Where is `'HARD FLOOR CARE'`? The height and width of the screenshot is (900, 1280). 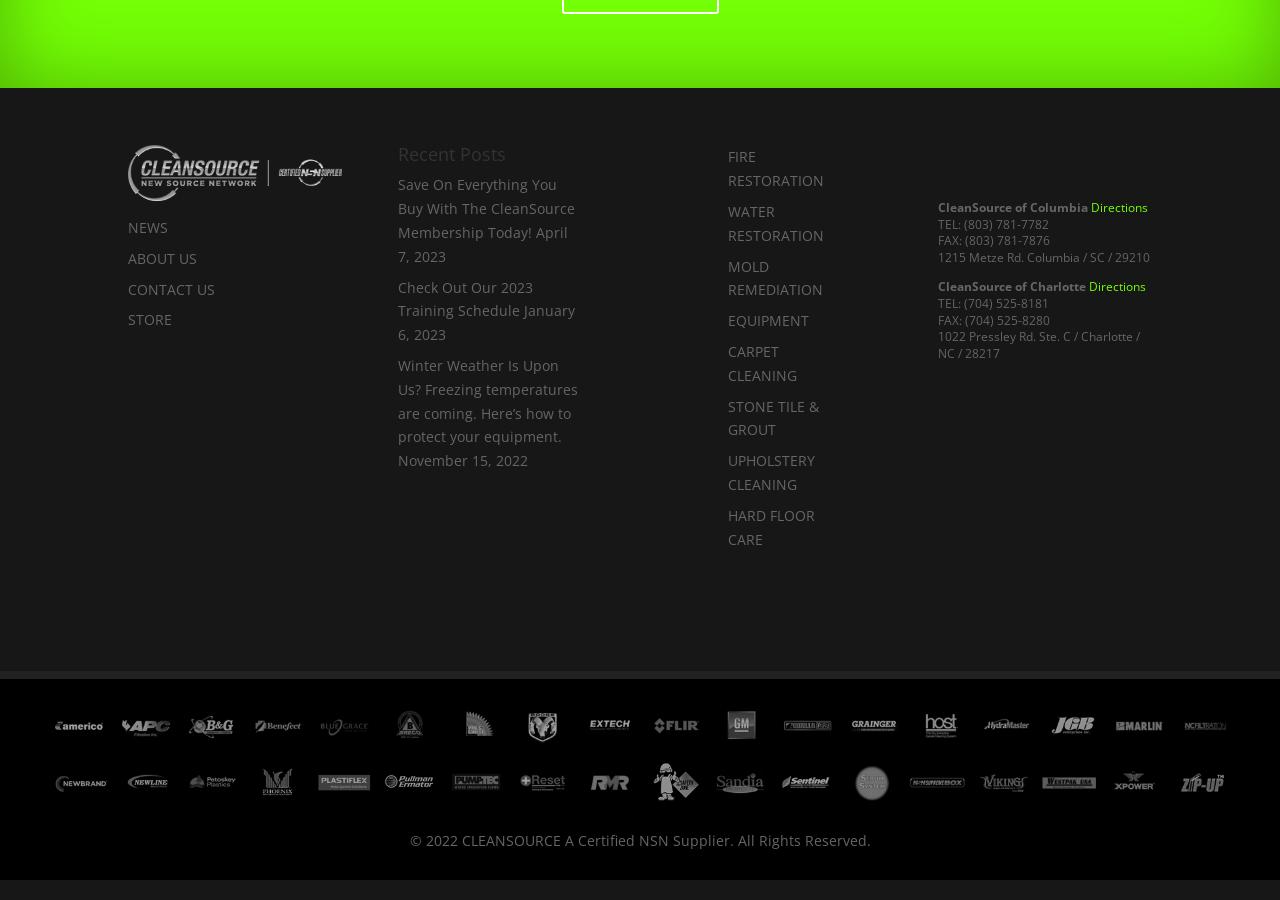 'HARD FLOOR CARE' is located at coordinates (726, 525).